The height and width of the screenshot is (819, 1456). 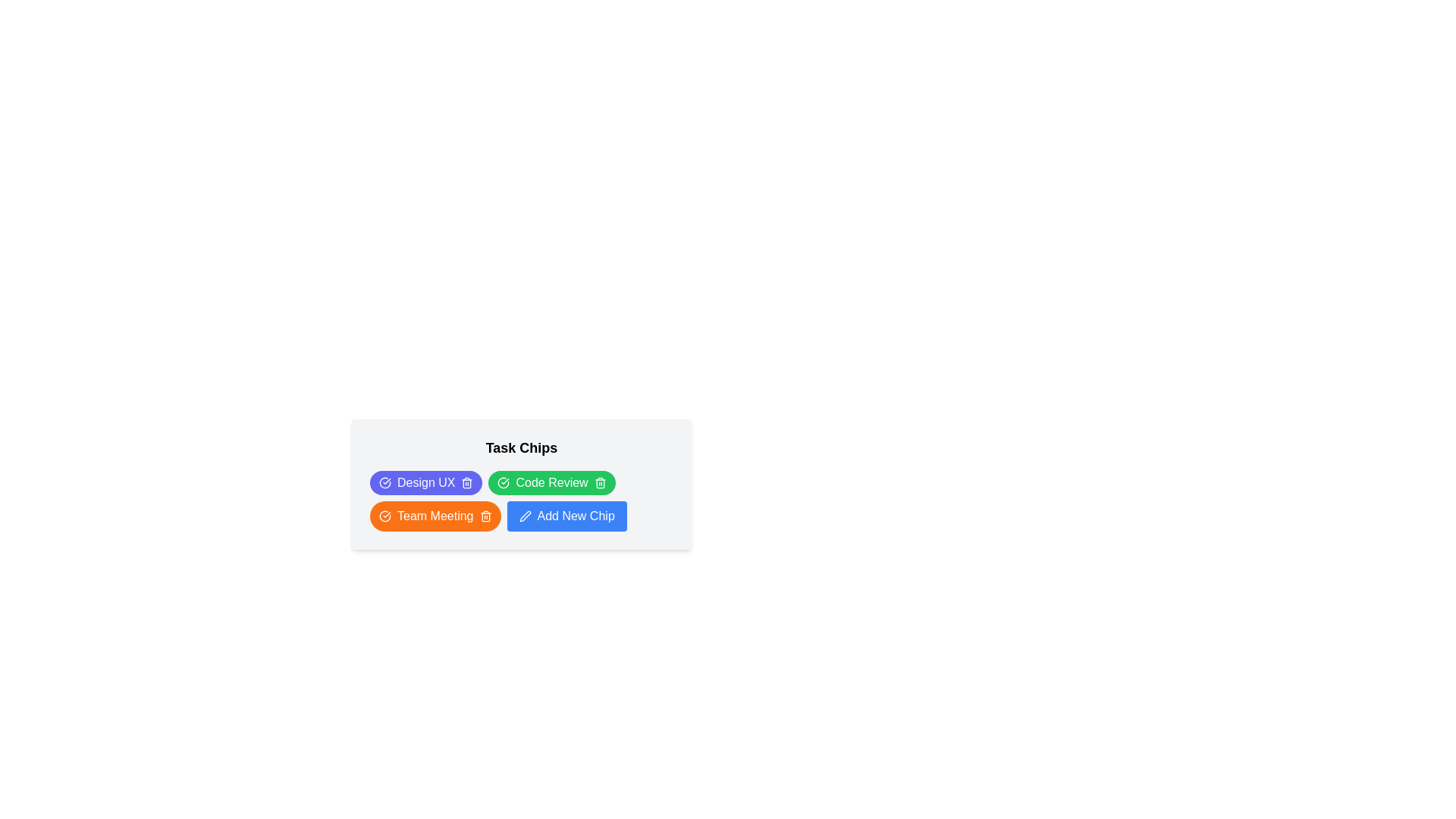 I want to click on the small trash can icon button located at the far-right corner of the green 'Code Review' task chip, so click(x=599, y=482).